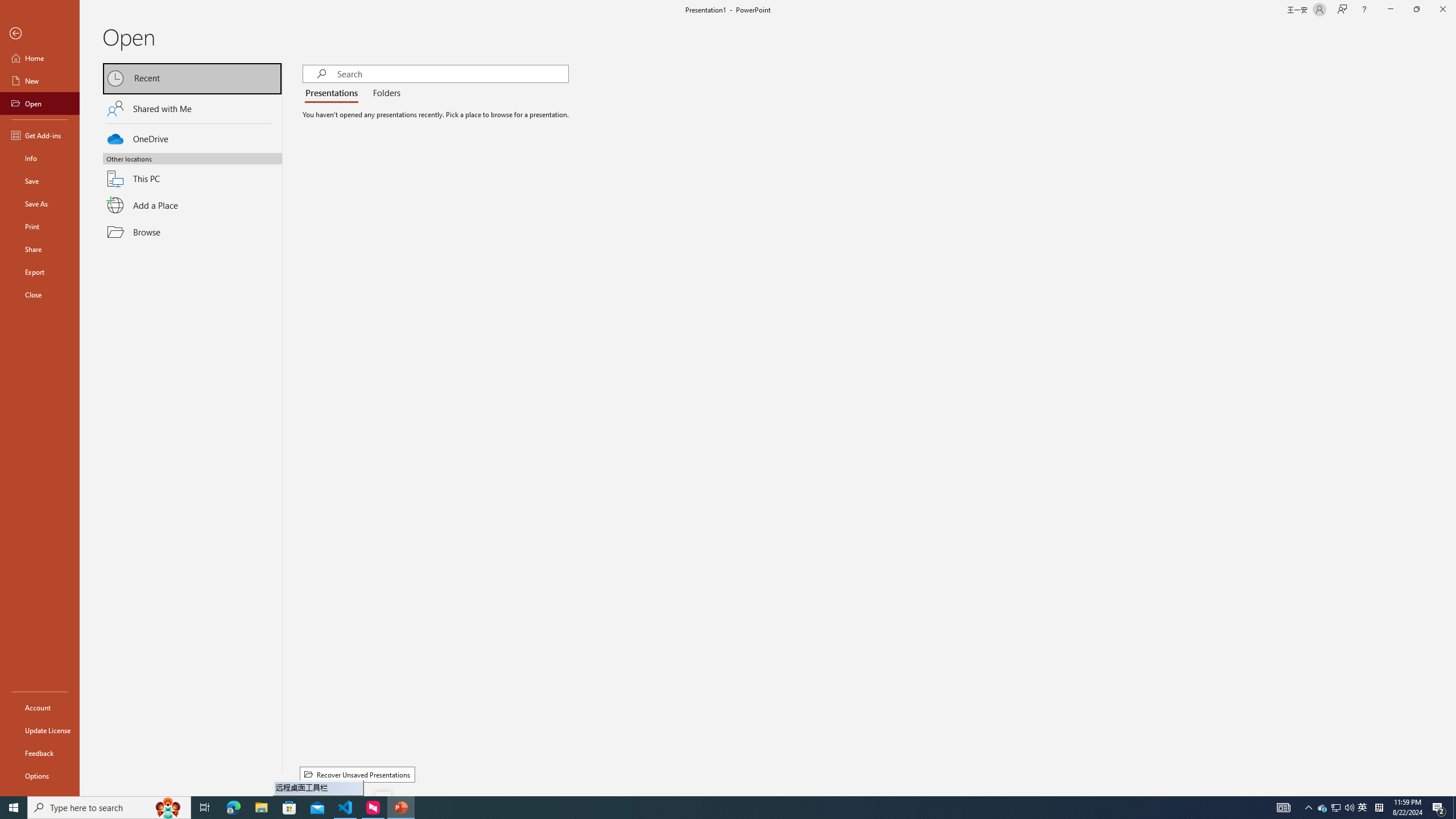 The image size is (1456, 819). I want to click on 'Account', so click(39, 708).